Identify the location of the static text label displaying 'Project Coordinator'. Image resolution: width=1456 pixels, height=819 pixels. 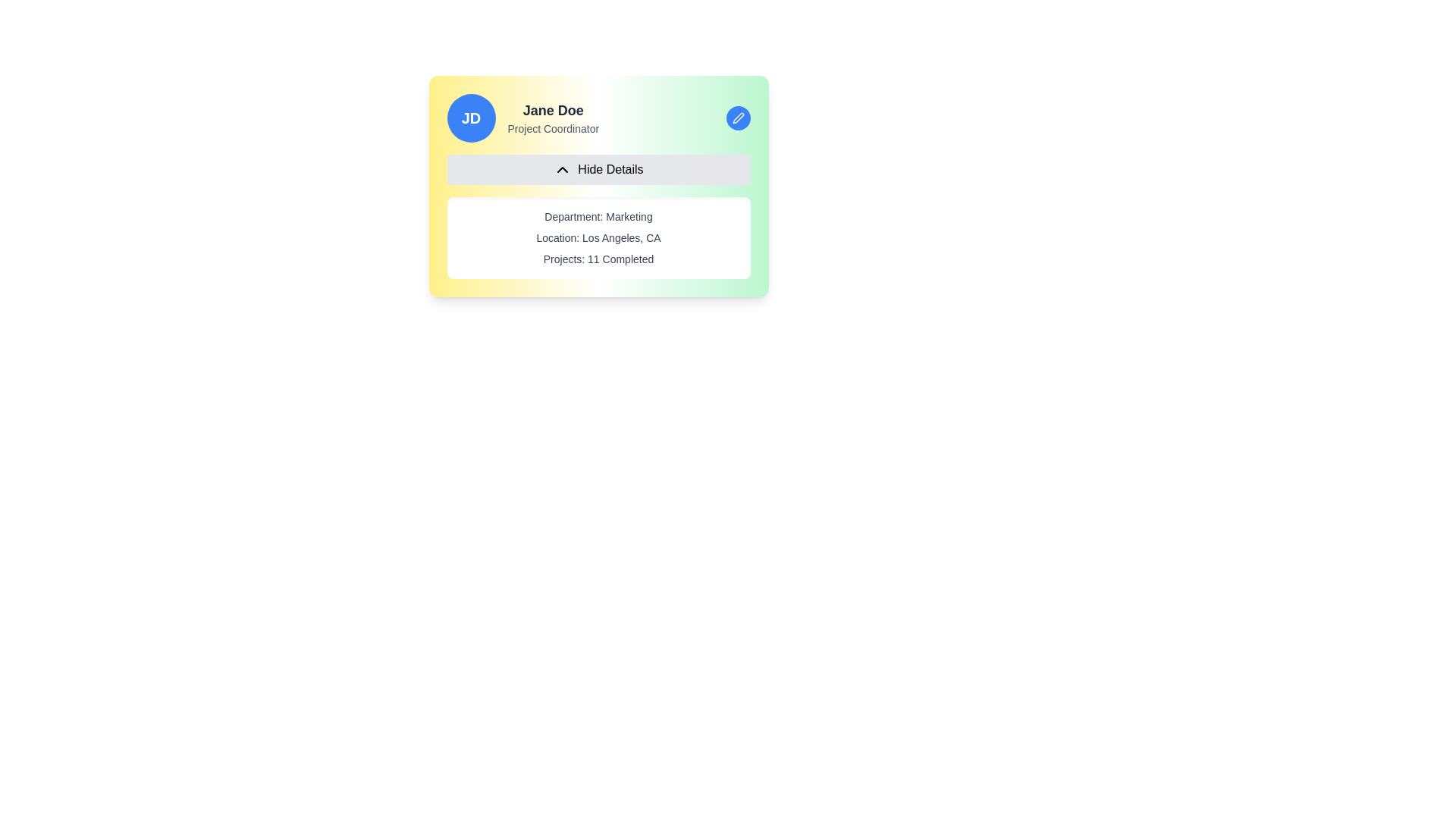
(552, 127).